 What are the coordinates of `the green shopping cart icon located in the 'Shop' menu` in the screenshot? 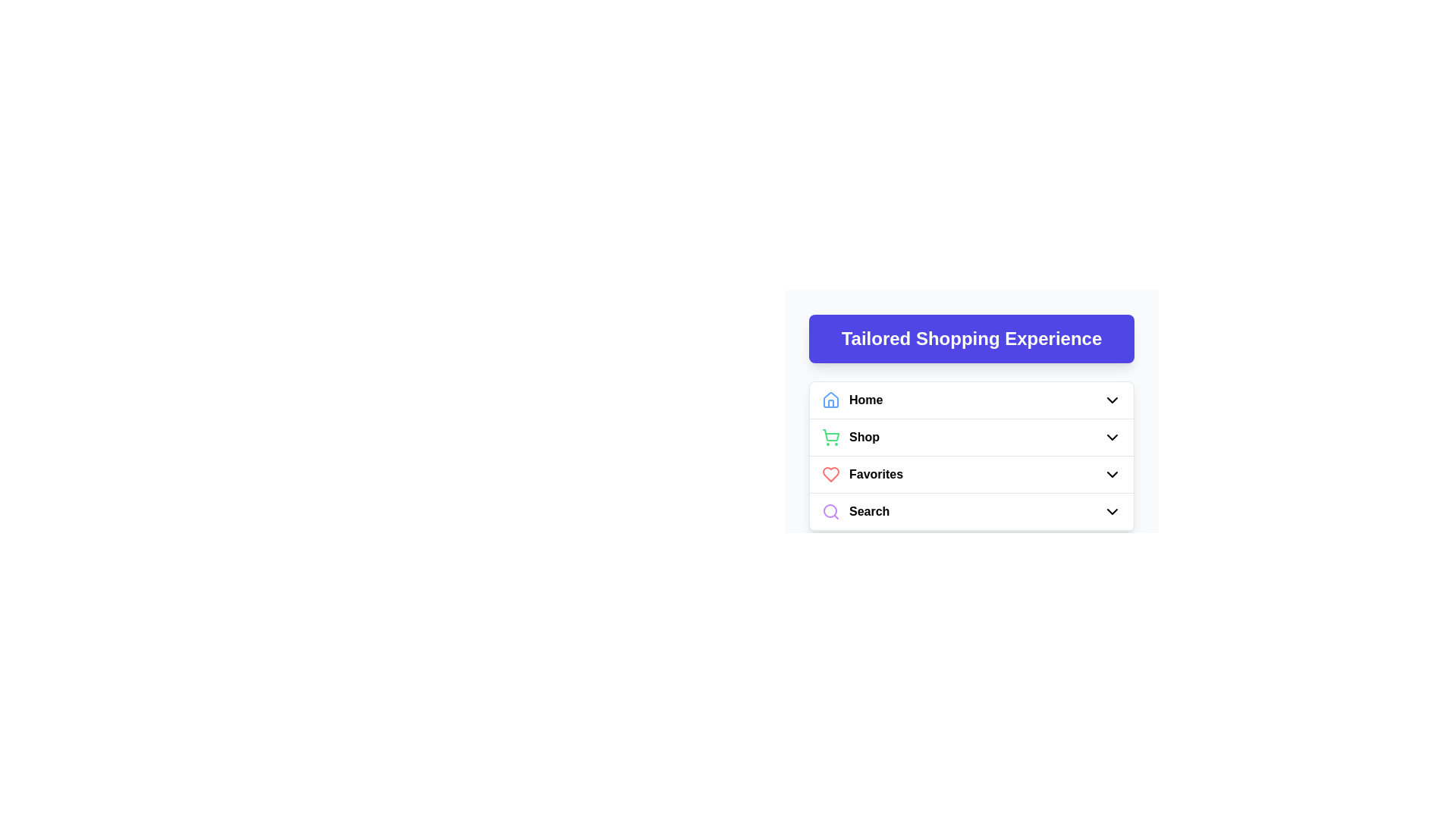 It's located at (830, 435).